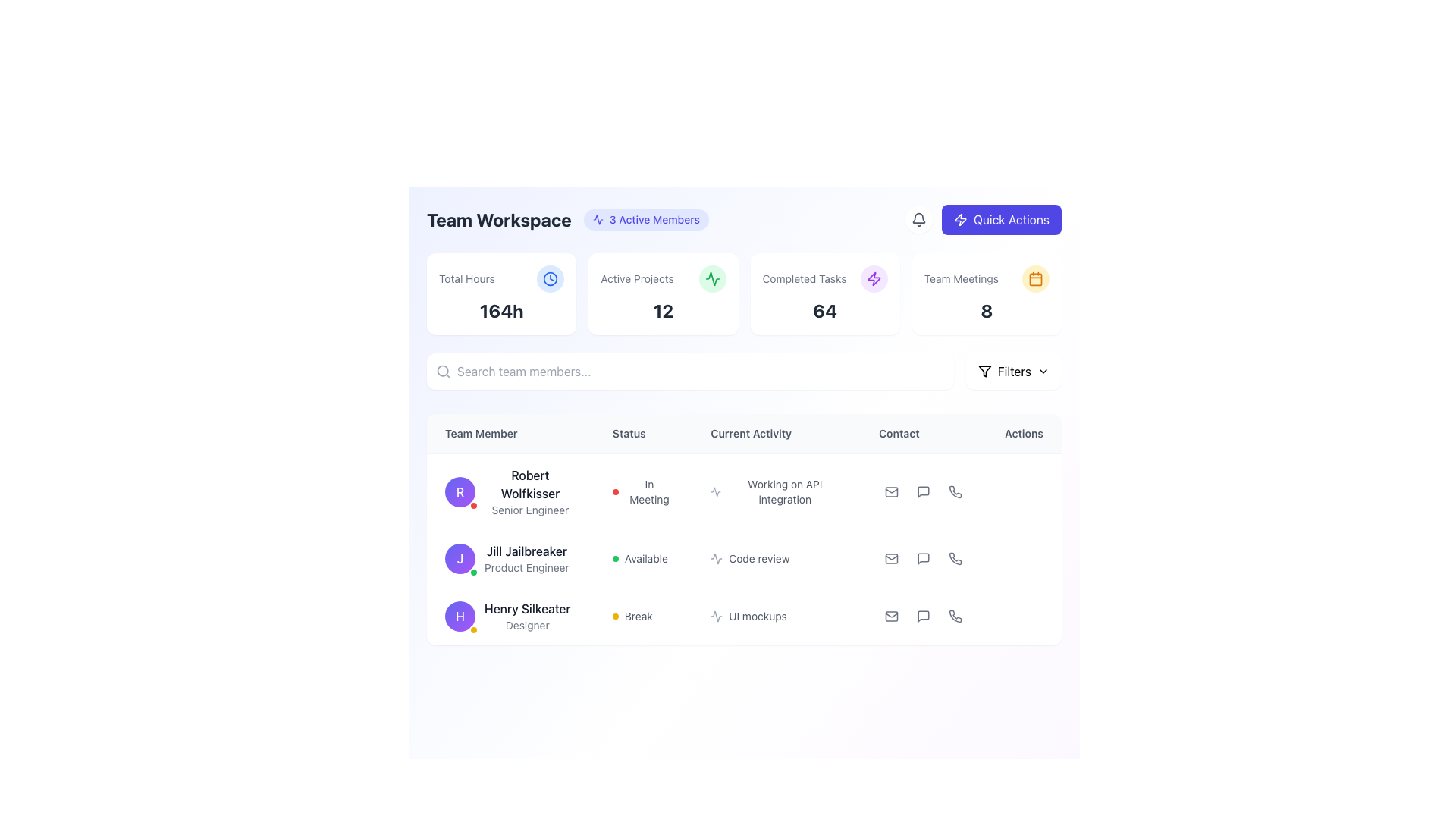 This screenshot has height=819, width=1456. I want to click on the text label displaying 'Senior Engineer', which is positioned below 'Robert Wolfkisser' in the Team Workspace interface, so click(530, 510).